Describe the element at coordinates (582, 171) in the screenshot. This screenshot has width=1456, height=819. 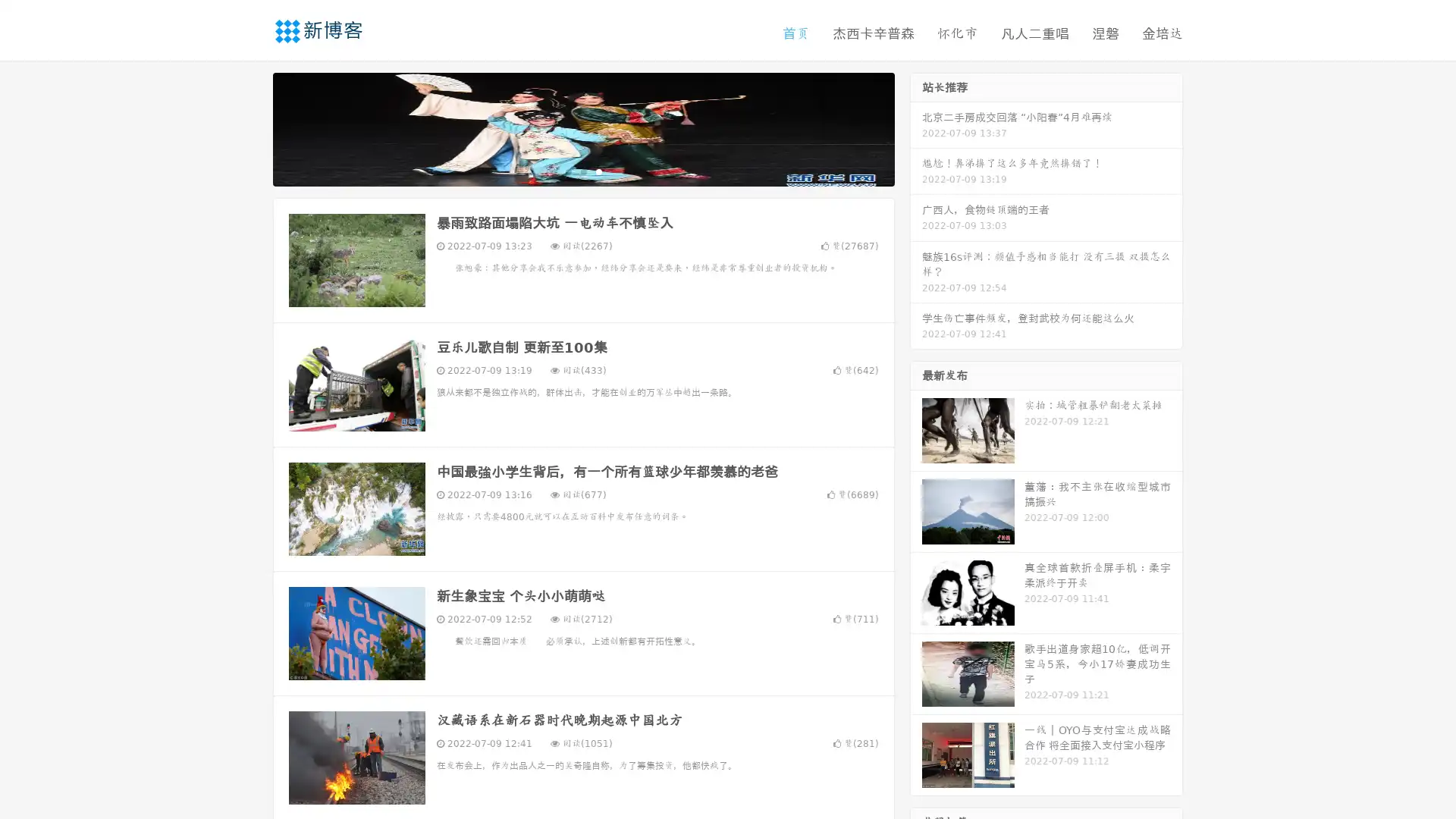
I see `Go to slide 2` at that location.